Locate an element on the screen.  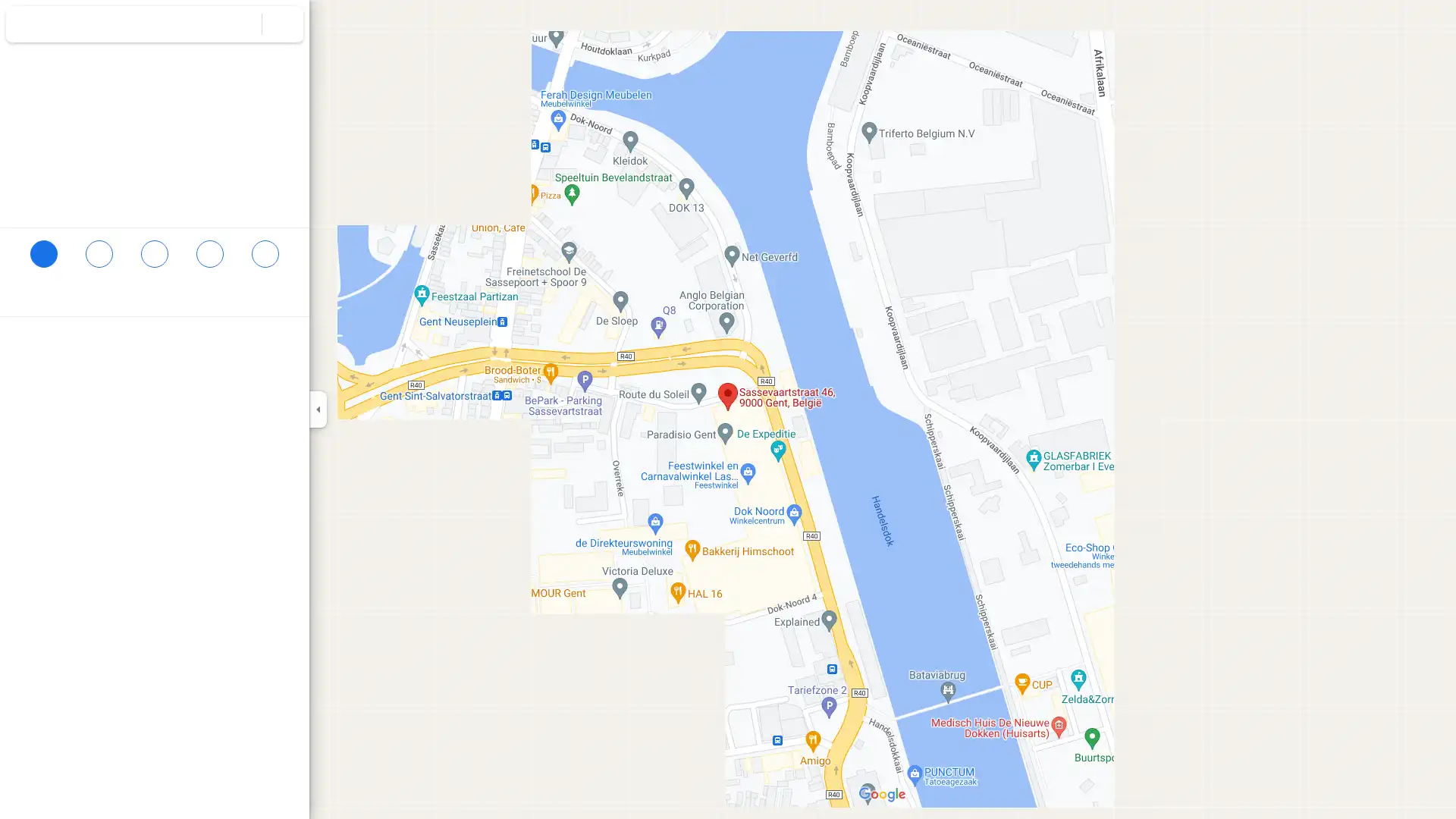
Zijvenster samenvouwen is located at coordinates (317, 409).